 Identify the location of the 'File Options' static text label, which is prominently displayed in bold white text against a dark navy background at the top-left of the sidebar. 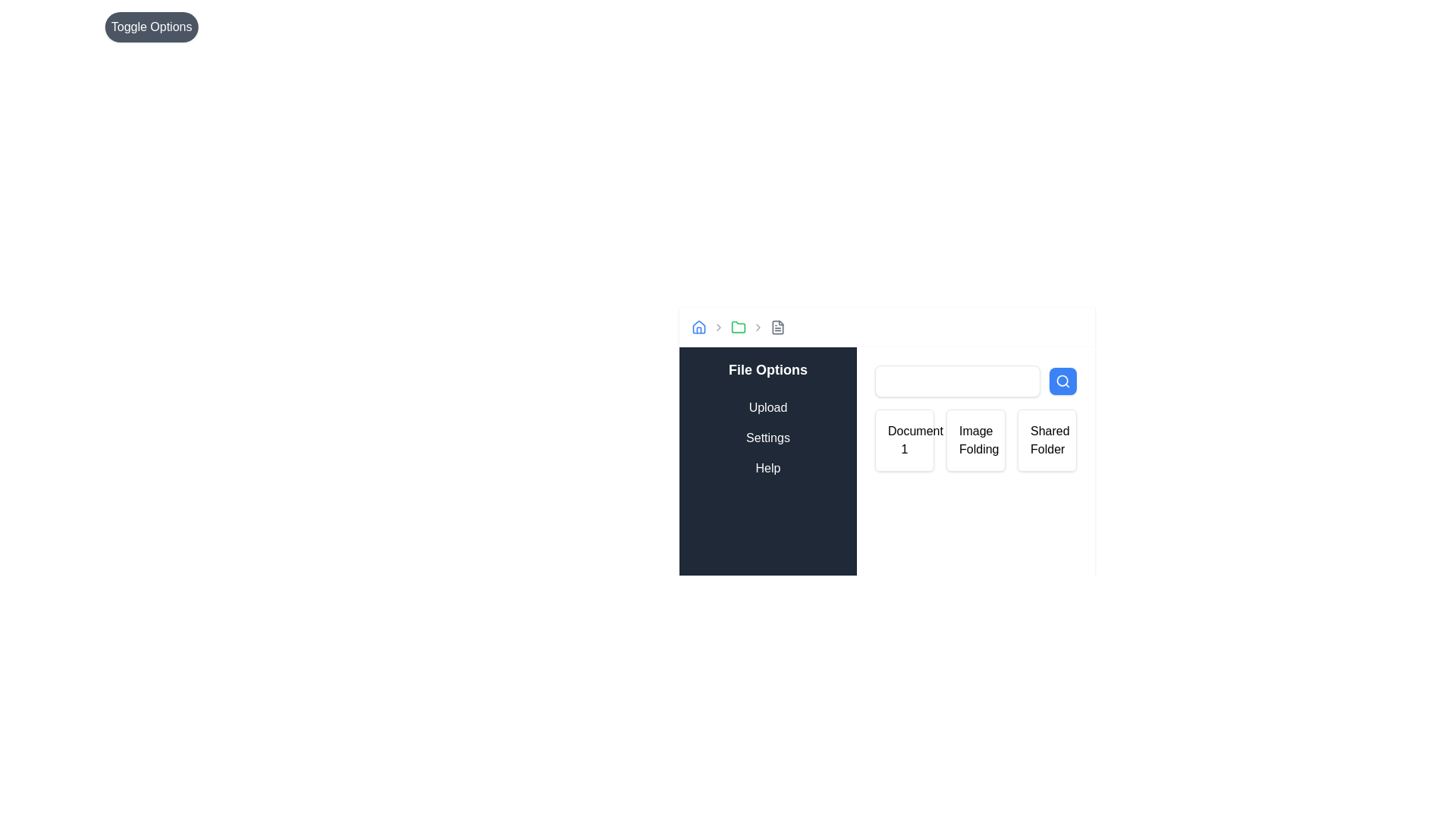
(767, 370).